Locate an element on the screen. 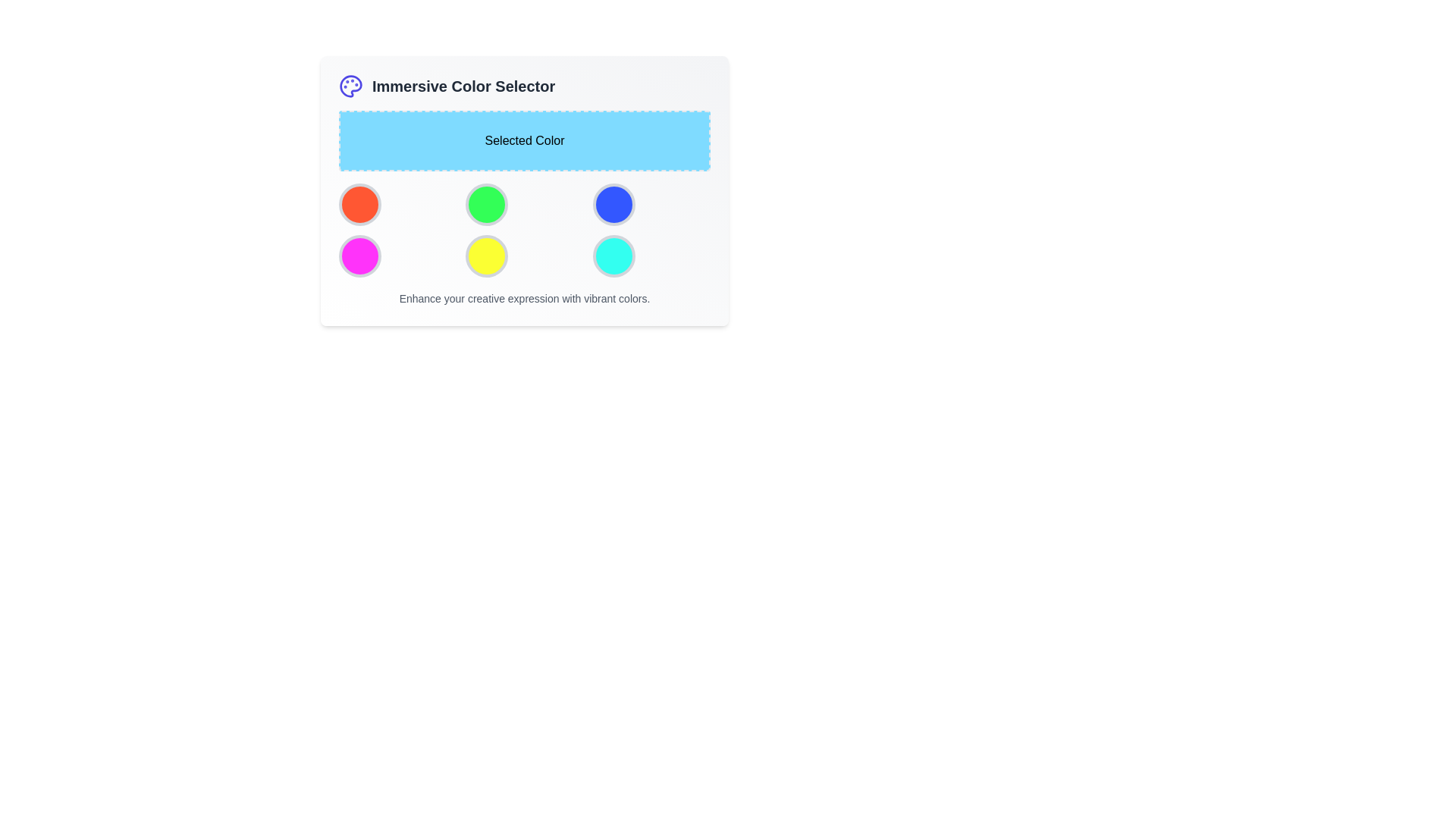  the second circular button in the first row of a grid layout is located at coordinates (487, 205).